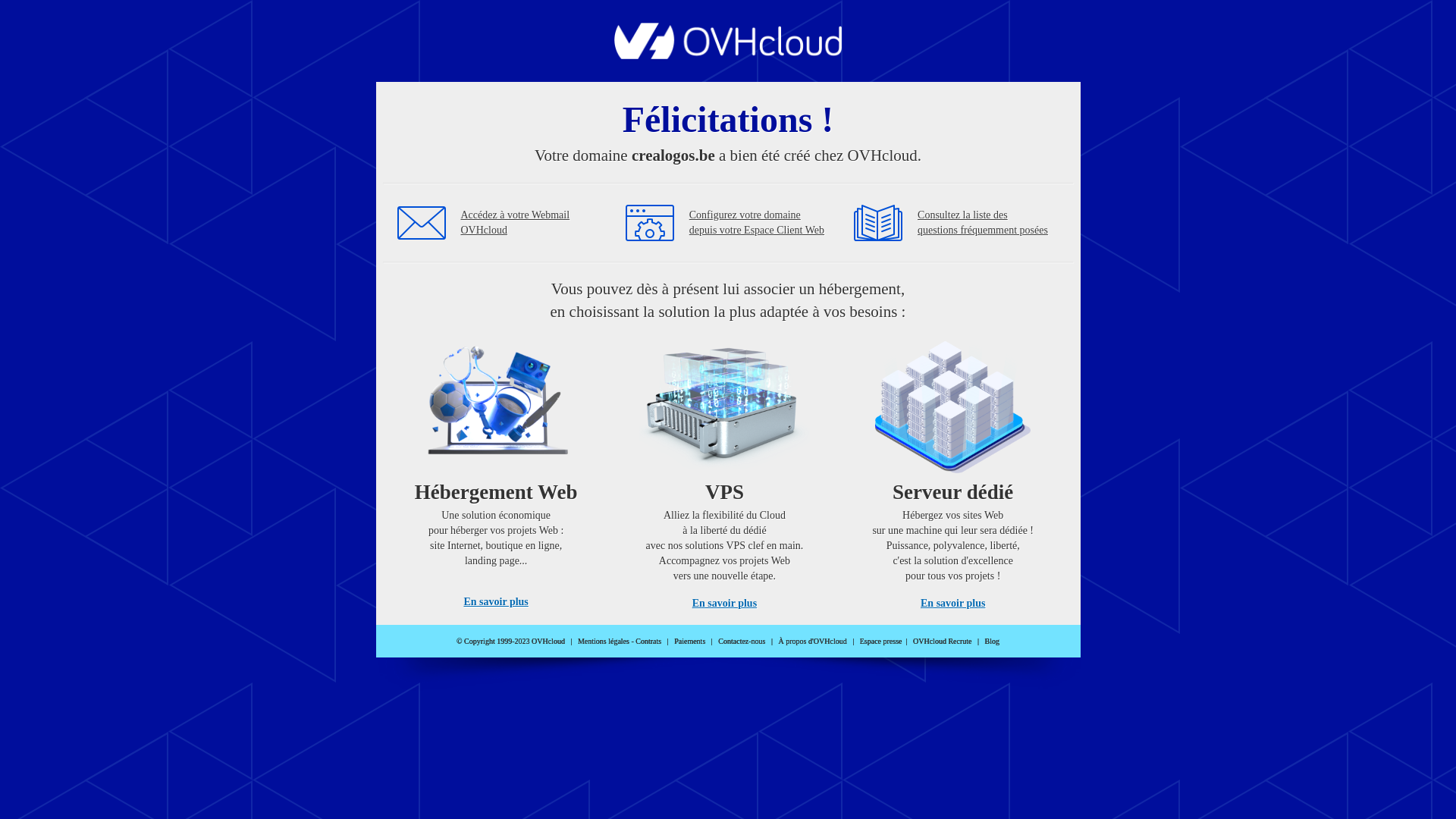  What do you see at coordinates (495, 601) in the screenshot?
I see `'En savoir plus'` at bounding box center [495, 601].